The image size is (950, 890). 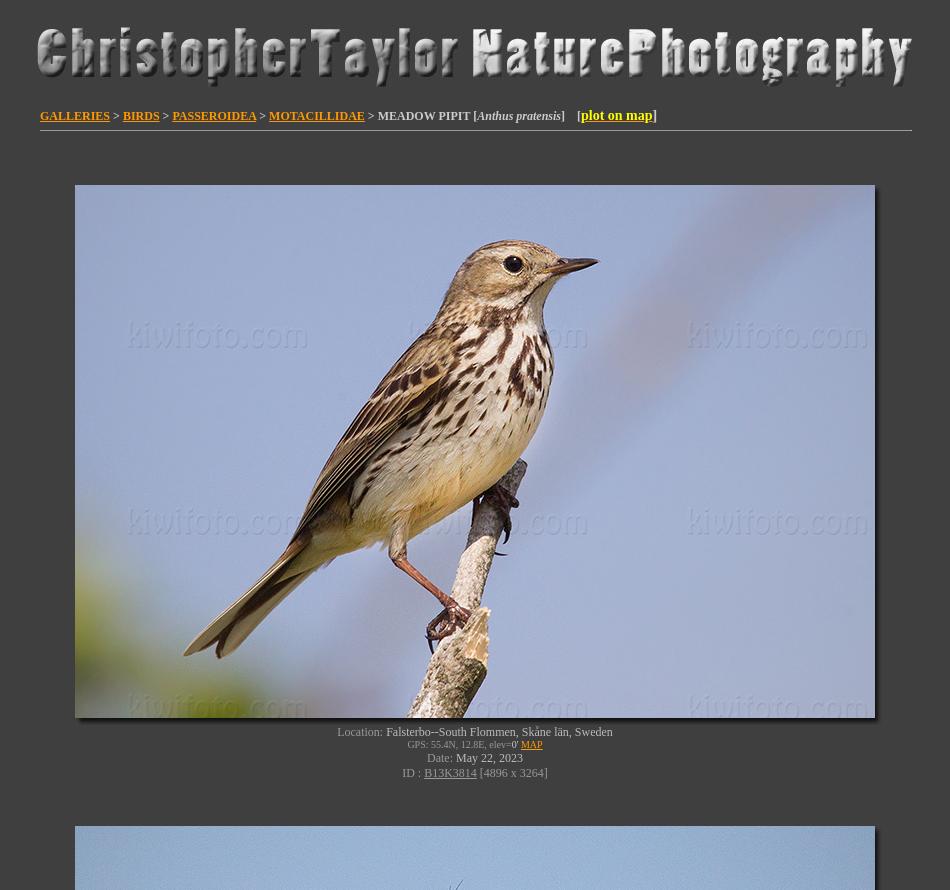 What do you see at coordinates (455, 758) in the screenshot?
I see `'May  22, 2023'` at bounding box center [455, 758].